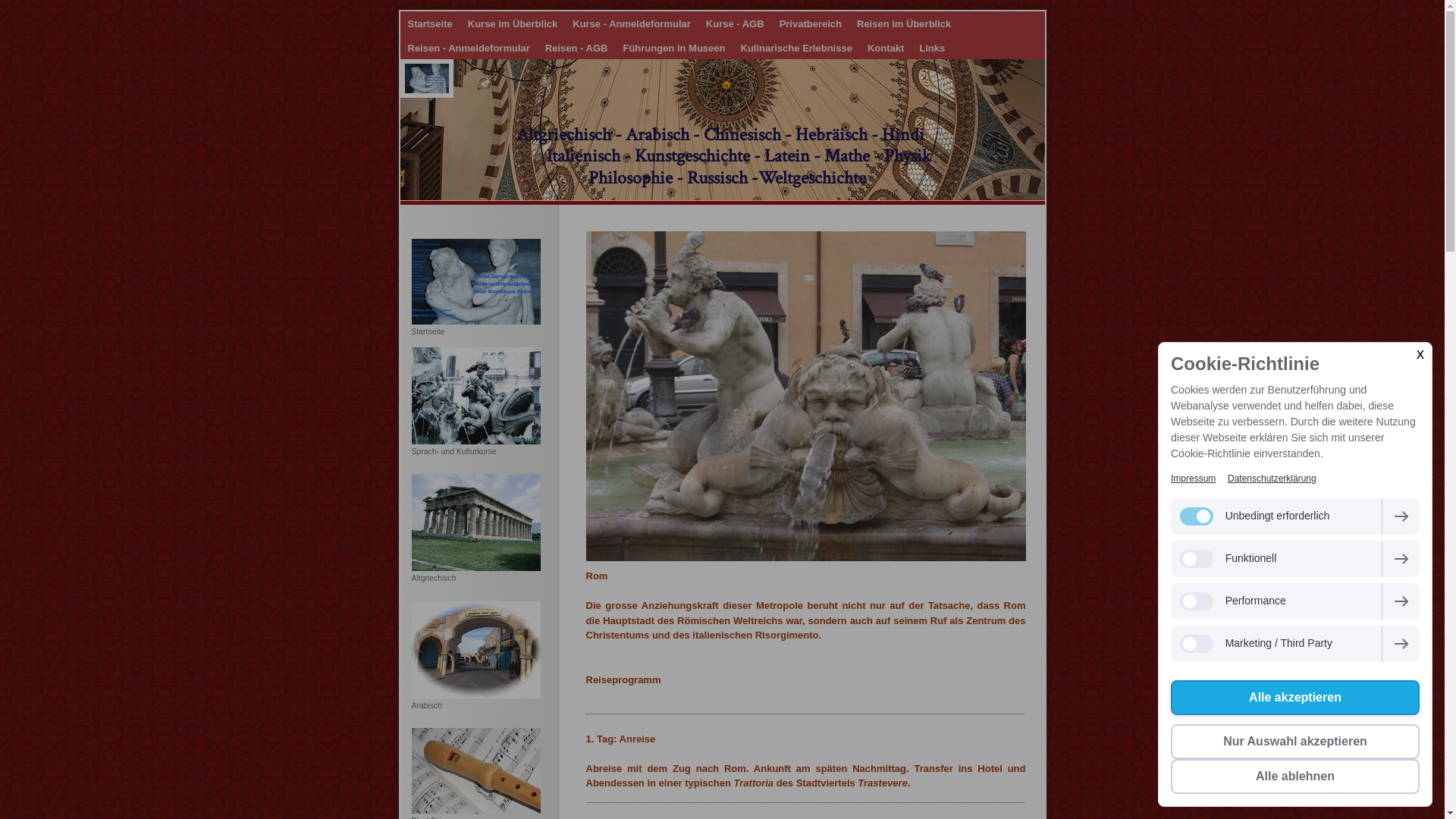 This screenshot has width=1456, height=819. I want to click on 'Startseite', so click(429, 24).